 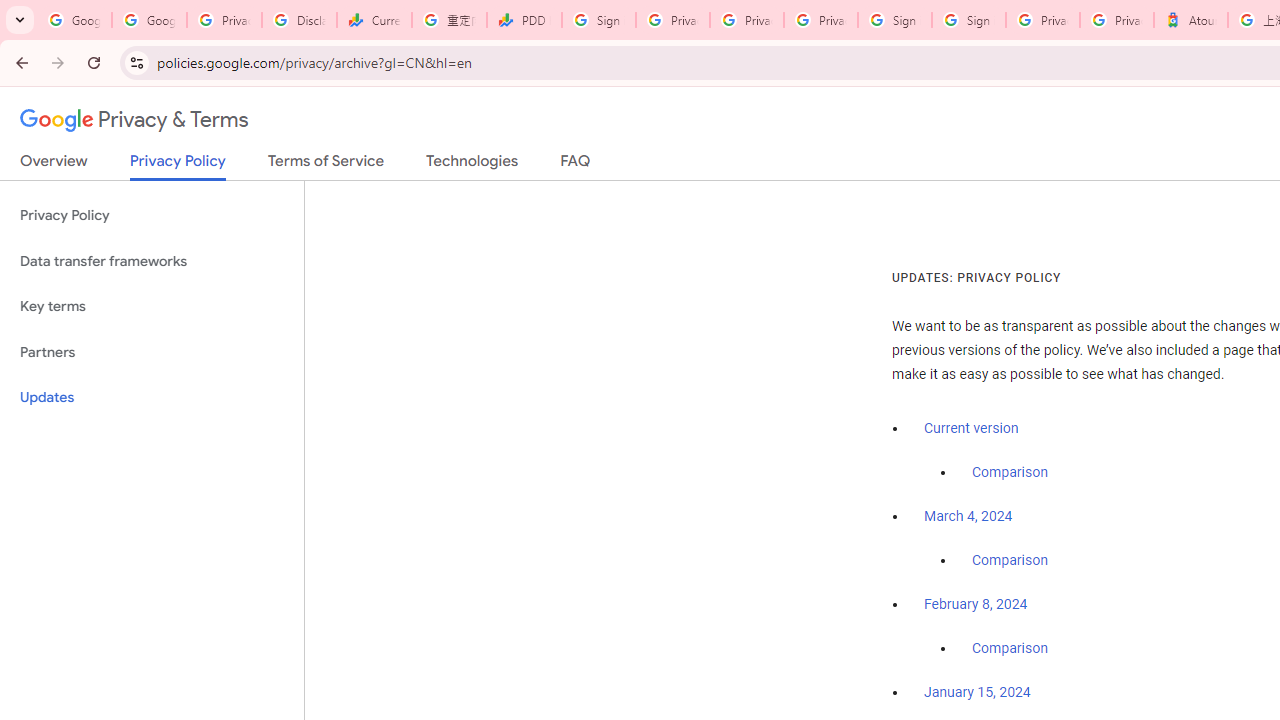 I want to click on 'March 4, 2024', so click(x=968, y=516).